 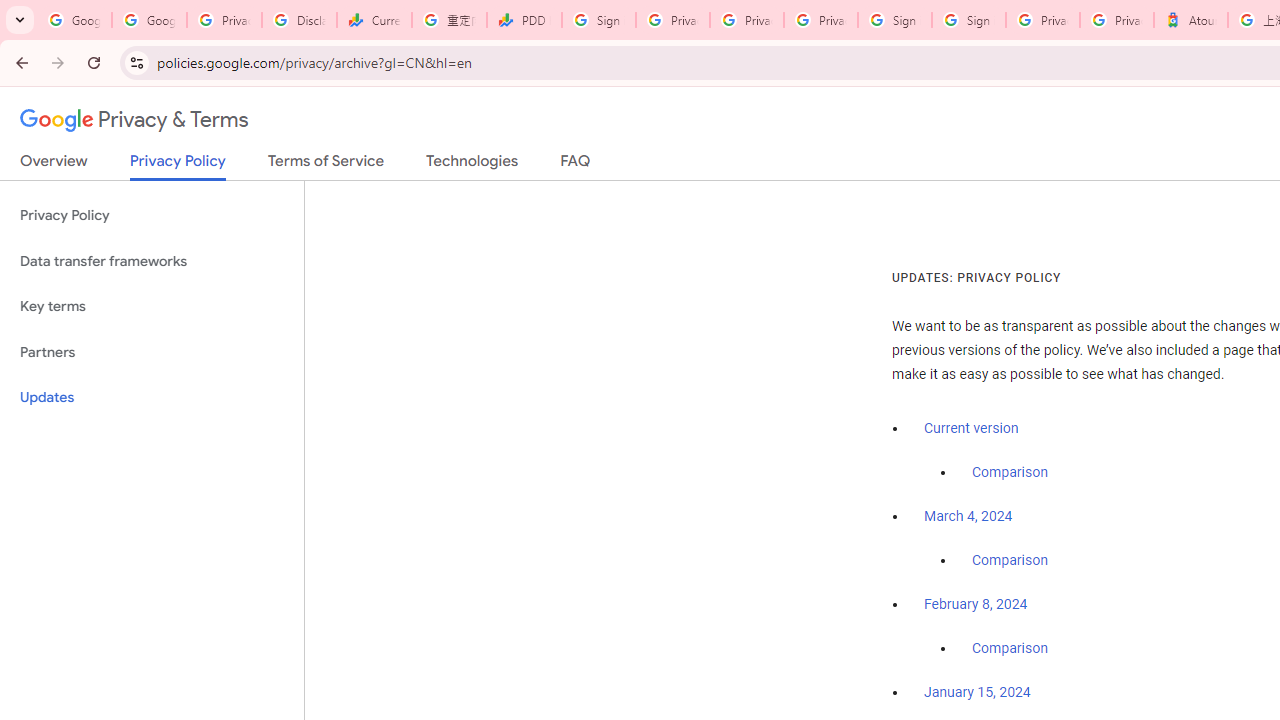 I want to click on 'March 4, 2024', so click(x=968, y=516).